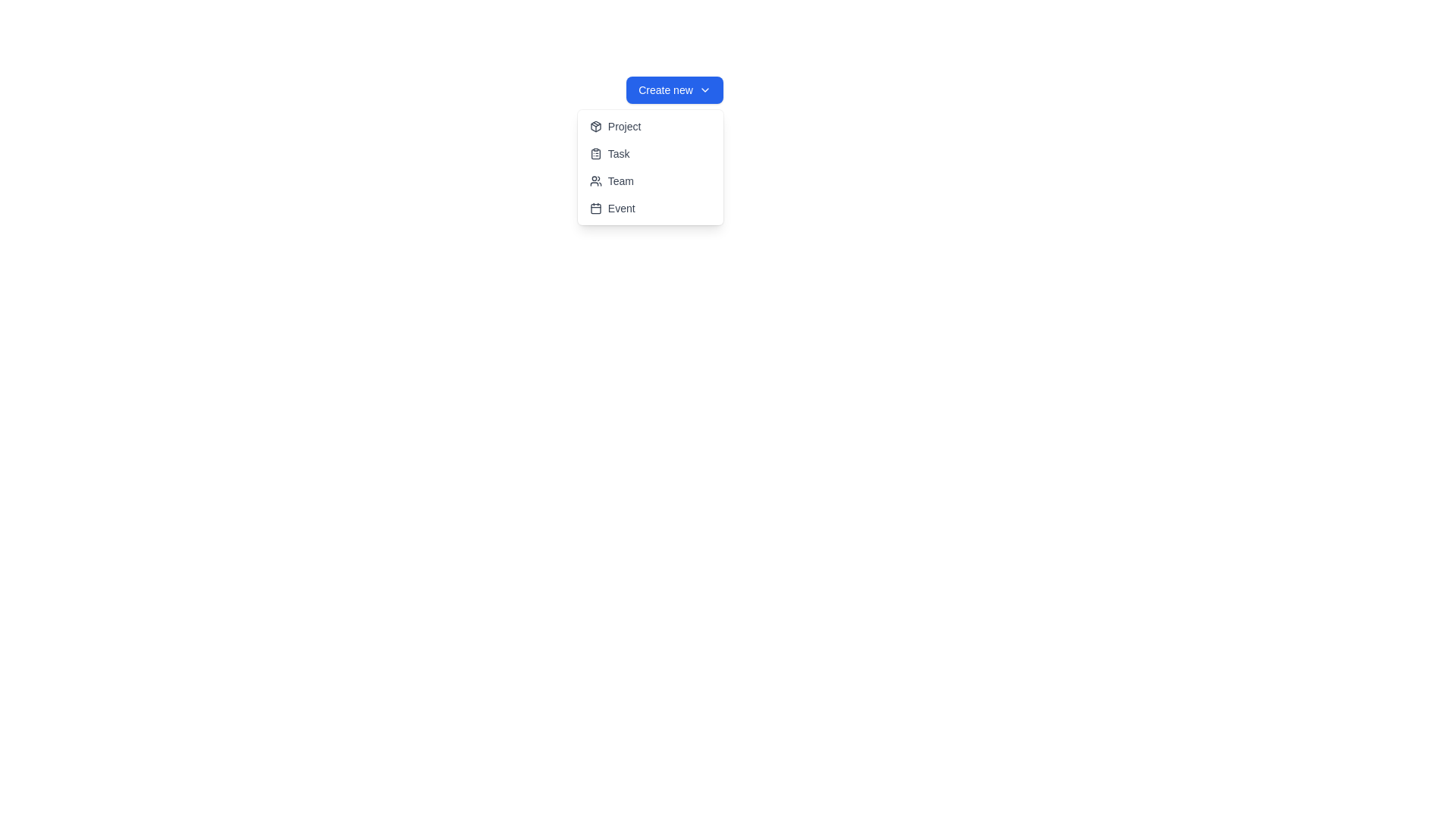 The height and width of the screenshot is (819, 1456). I want to click on the decorative icon representing the 'Project' option in the dropdown menu, located above the label 'Project' and below the 'Create new' button, so click(595, 125).